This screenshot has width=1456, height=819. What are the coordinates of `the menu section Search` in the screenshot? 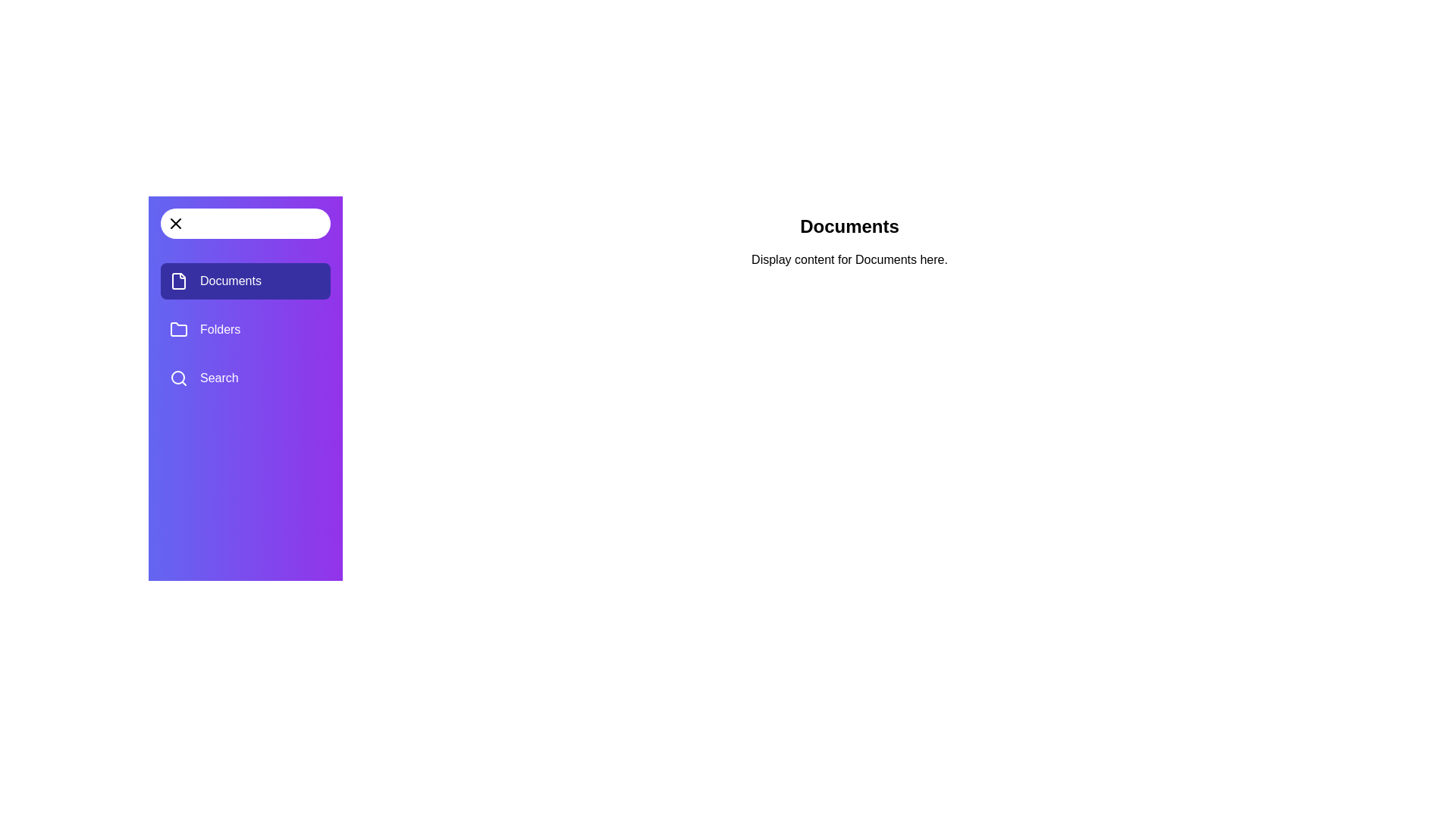 It's located at (246, 377).